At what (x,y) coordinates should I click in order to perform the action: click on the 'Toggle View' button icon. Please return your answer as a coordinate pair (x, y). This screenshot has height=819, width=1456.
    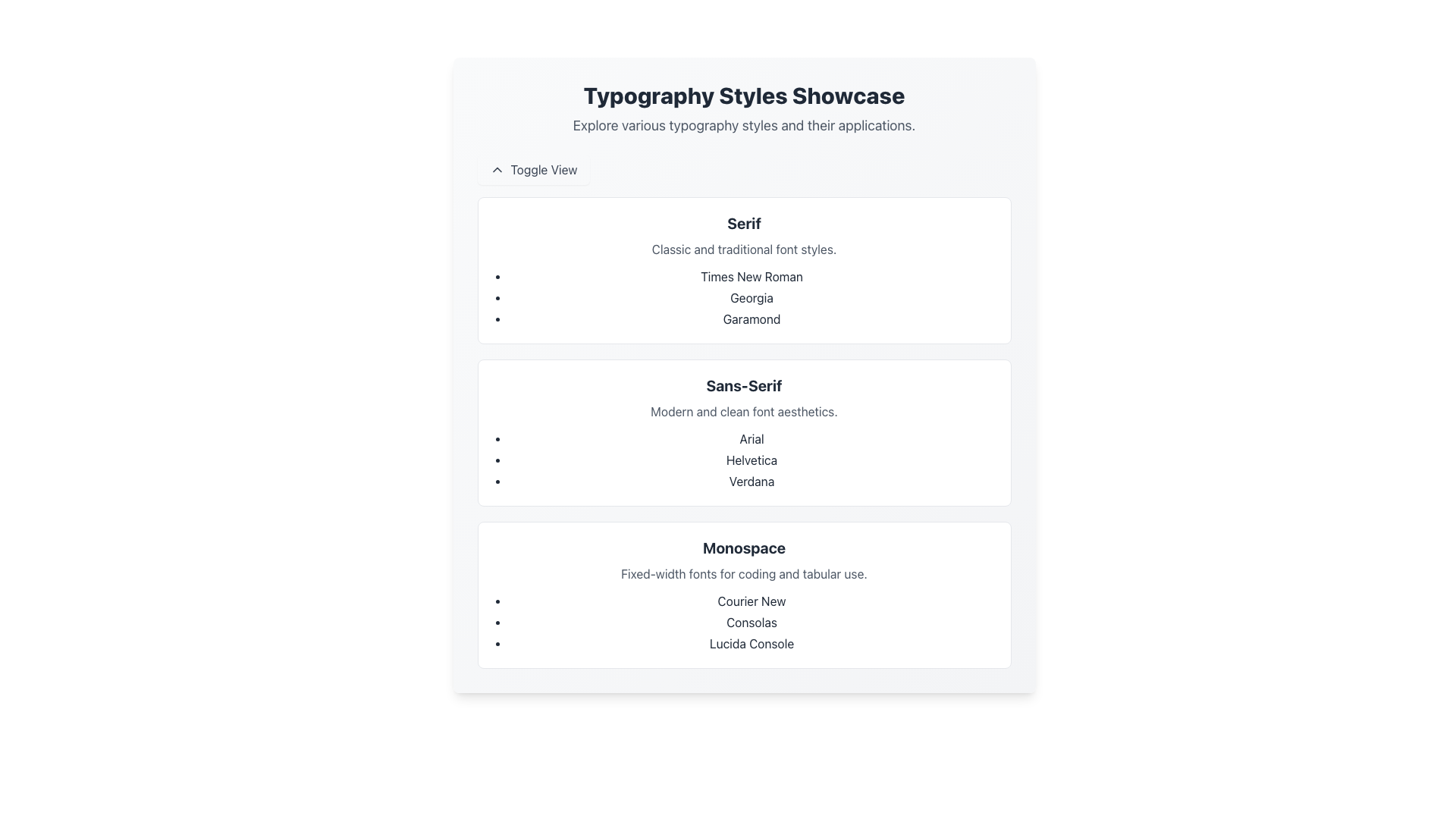
    Looking at the image, I should click on (497, 169).